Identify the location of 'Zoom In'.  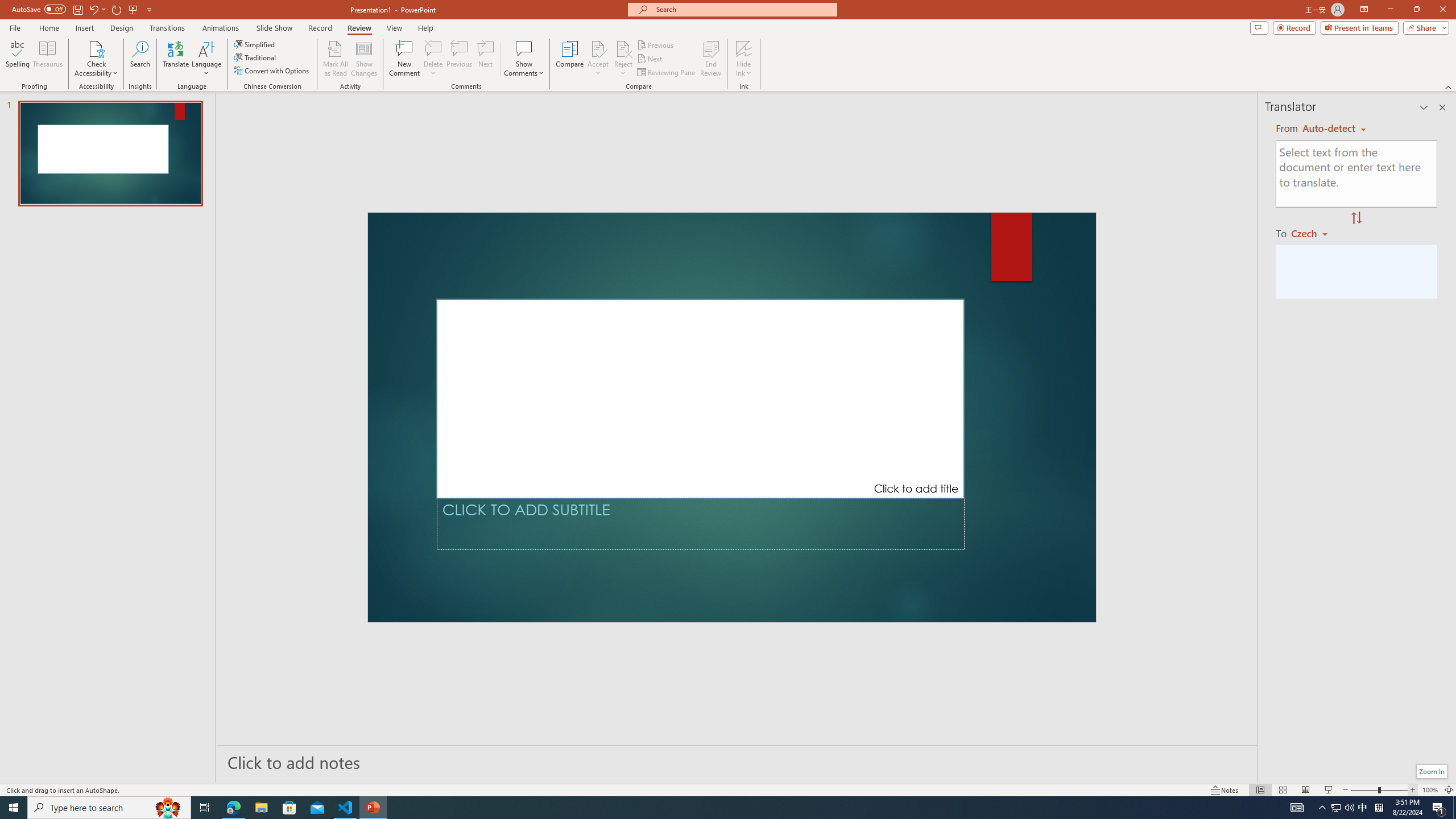
(1431, 771).